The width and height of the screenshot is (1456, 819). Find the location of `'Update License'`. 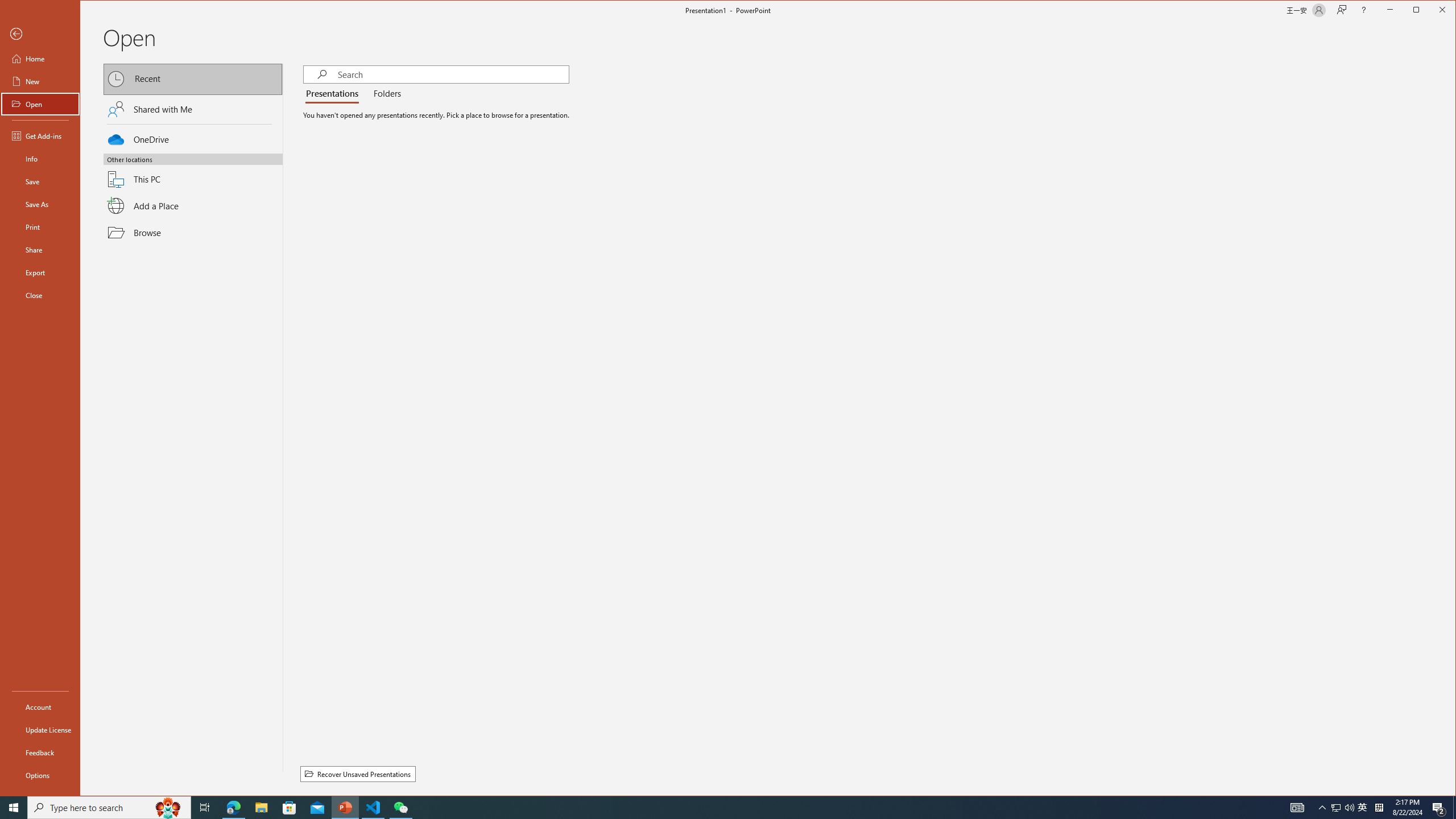

'Update License' is located at coordinates (39, 729).